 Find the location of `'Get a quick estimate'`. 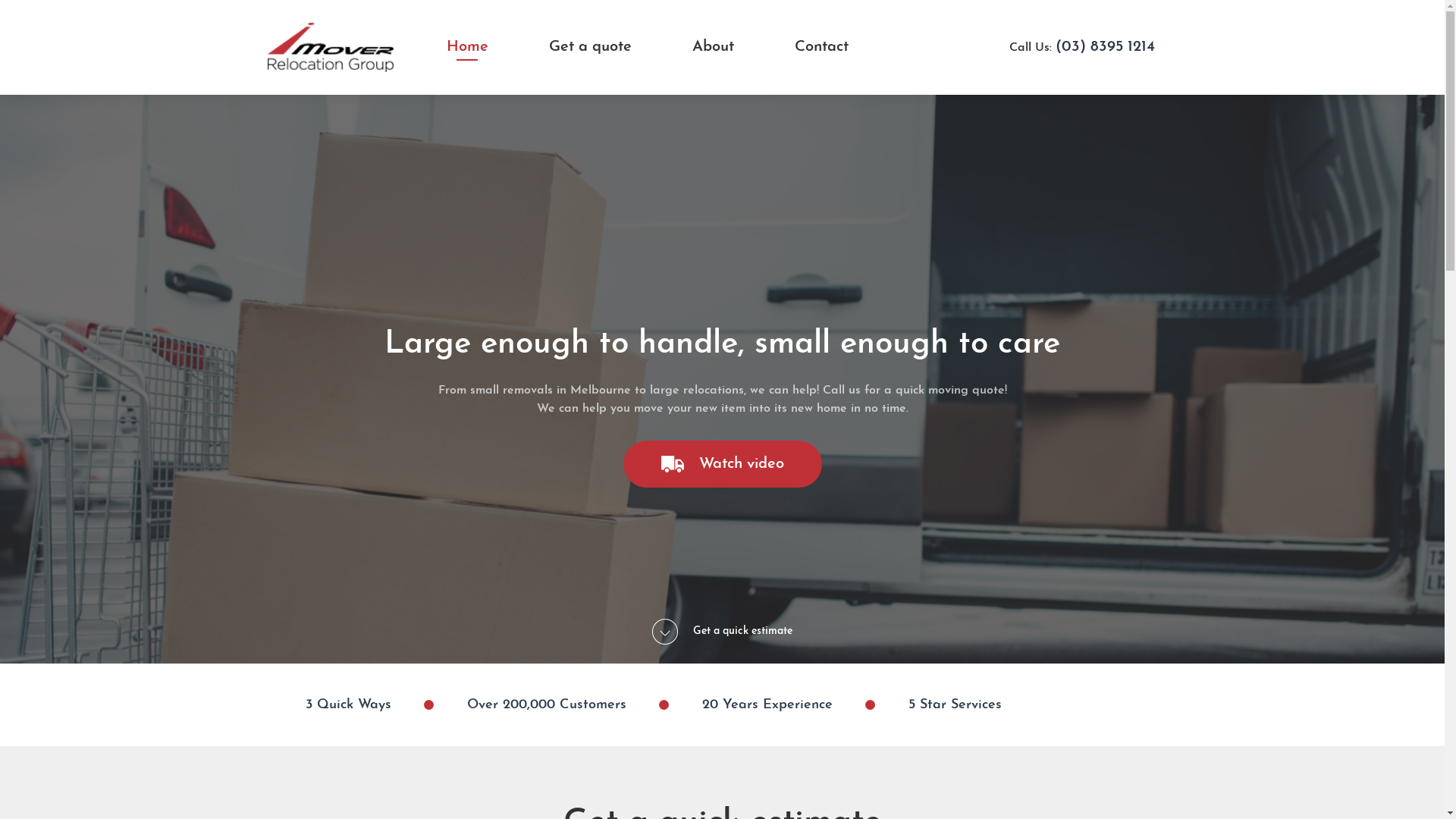

'Get a quick estimate' is located at coordinates (721, 632).